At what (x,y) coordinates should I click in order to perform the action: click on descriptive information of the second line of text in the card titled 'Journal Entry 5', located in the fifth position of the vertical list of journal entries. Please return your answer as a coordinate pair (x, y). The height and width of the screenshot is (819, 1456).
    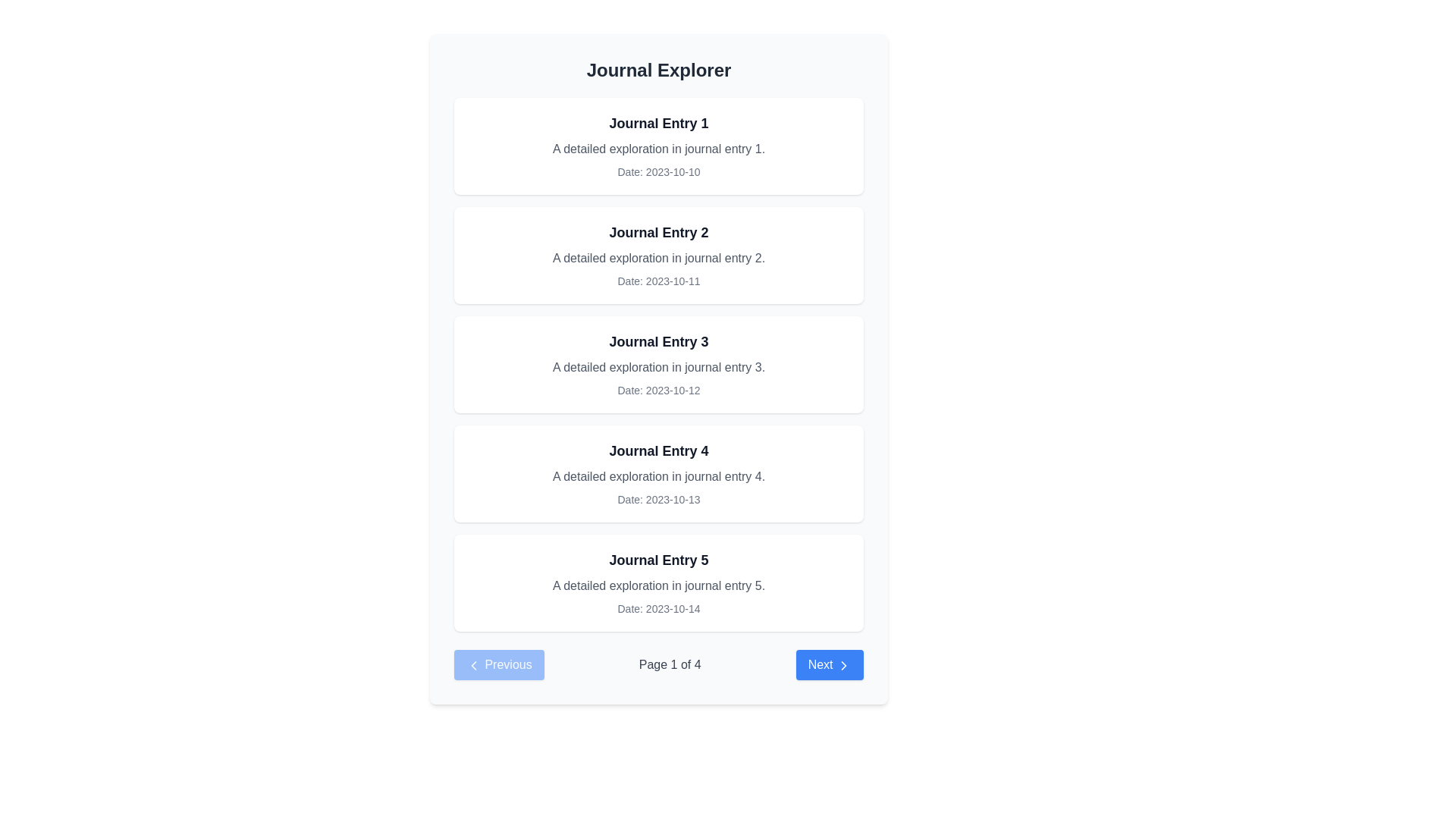
    Looking at the image, I should click on (658, 585).